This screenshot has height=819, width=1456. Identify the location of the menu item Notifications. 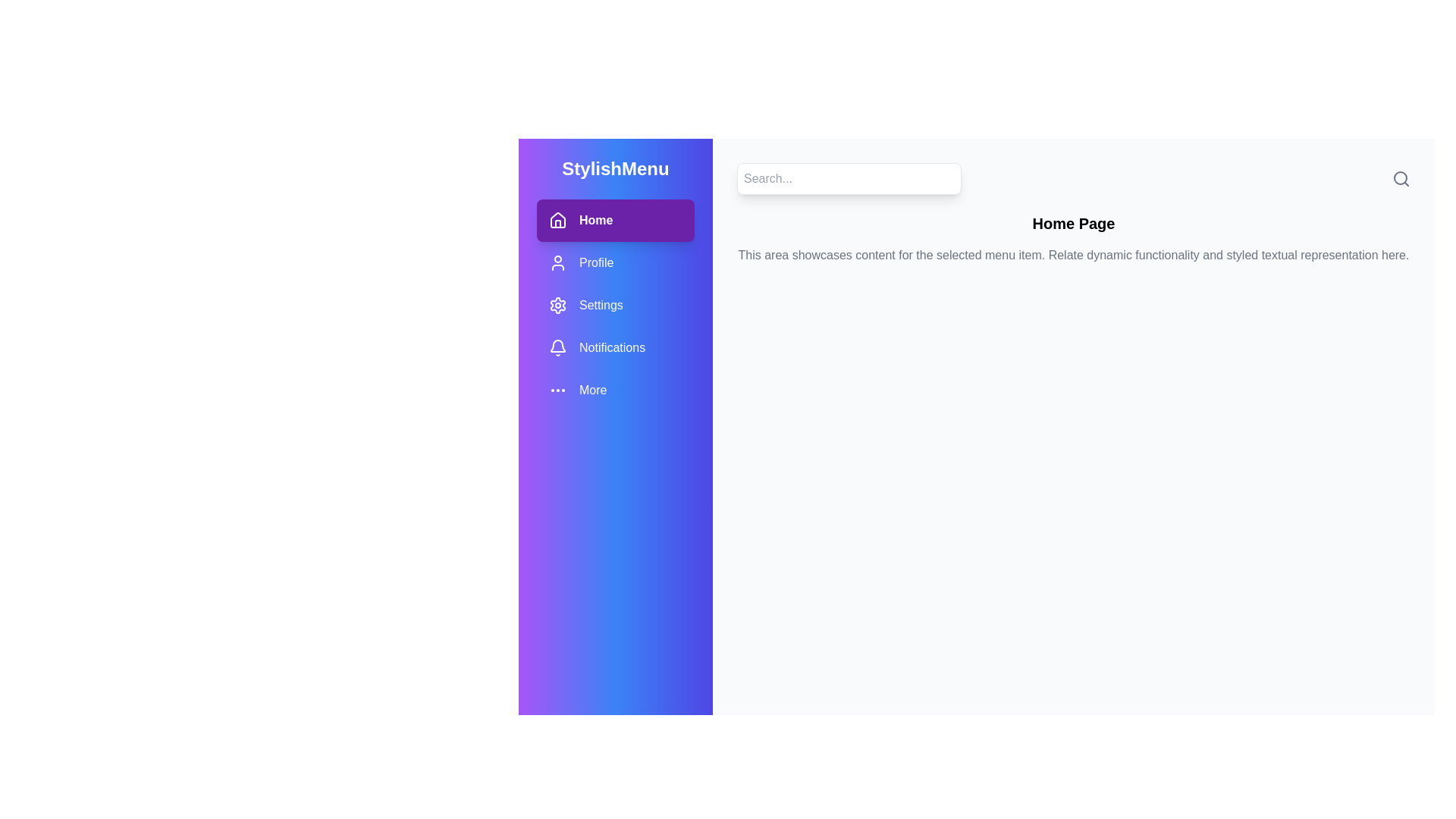
(615, 348).